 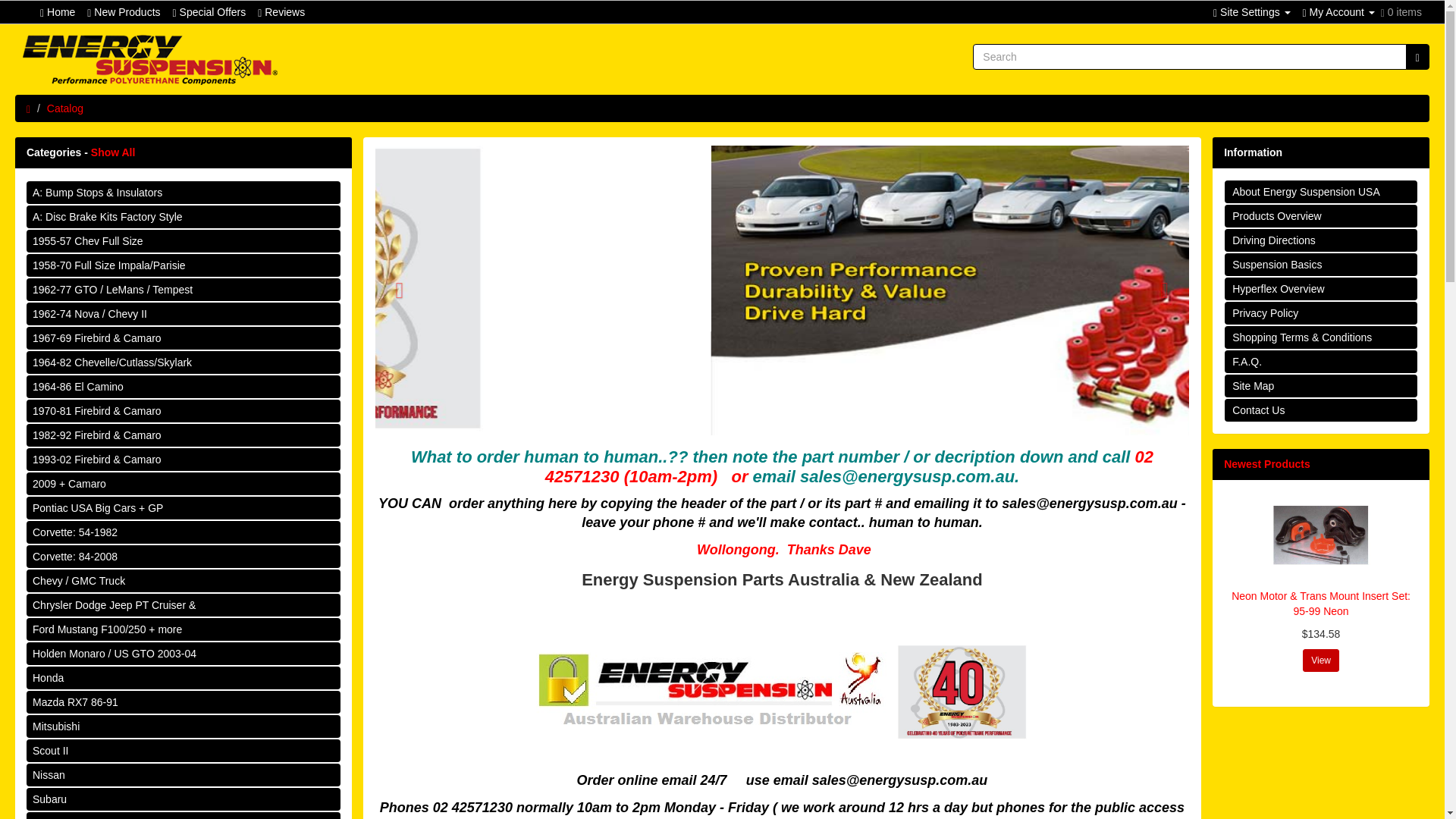 I want to click on 'F.A.Q.', so click(x=1320, y=362).